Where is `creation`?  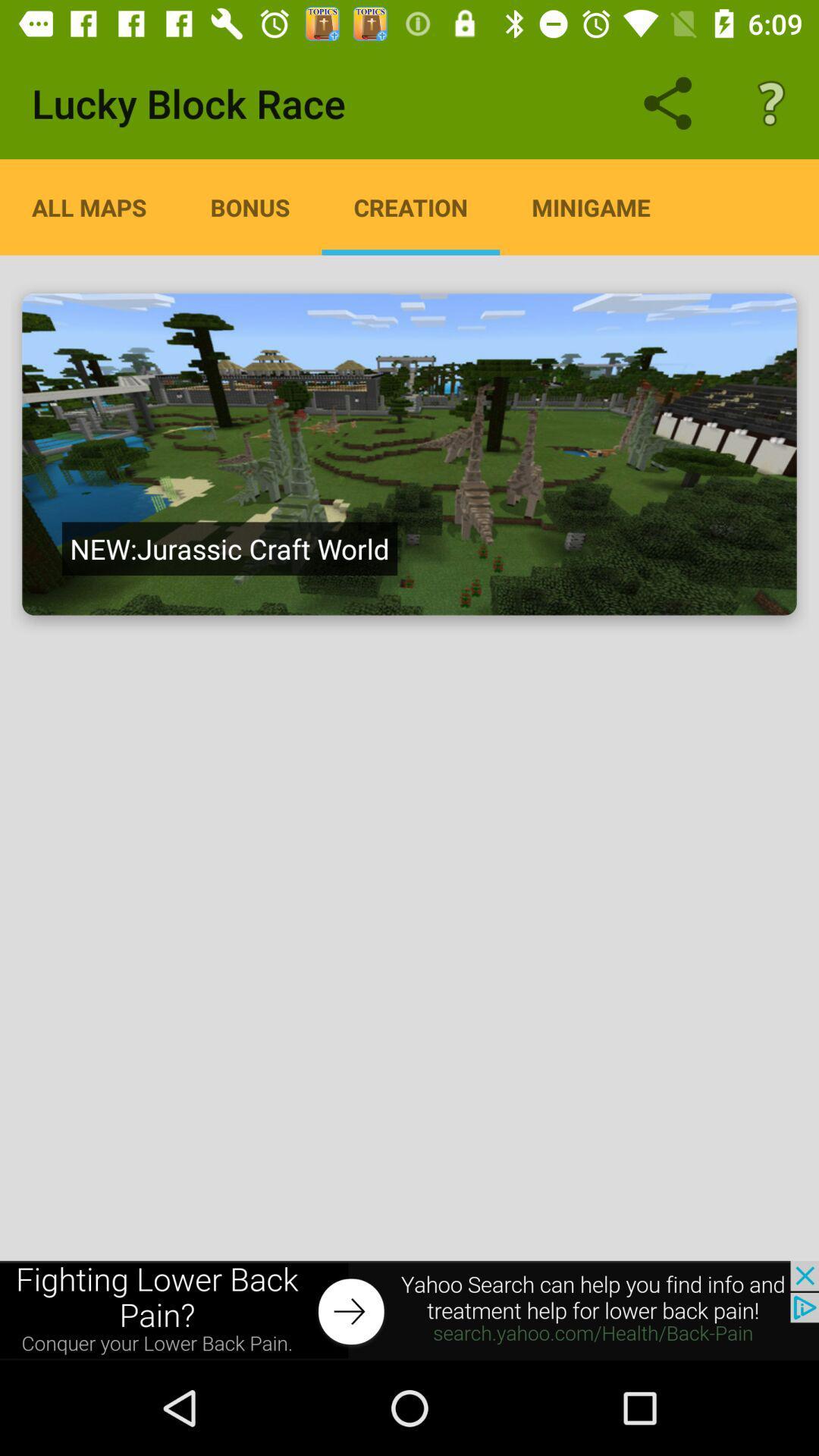 creation is located at coordinates (411, 206).